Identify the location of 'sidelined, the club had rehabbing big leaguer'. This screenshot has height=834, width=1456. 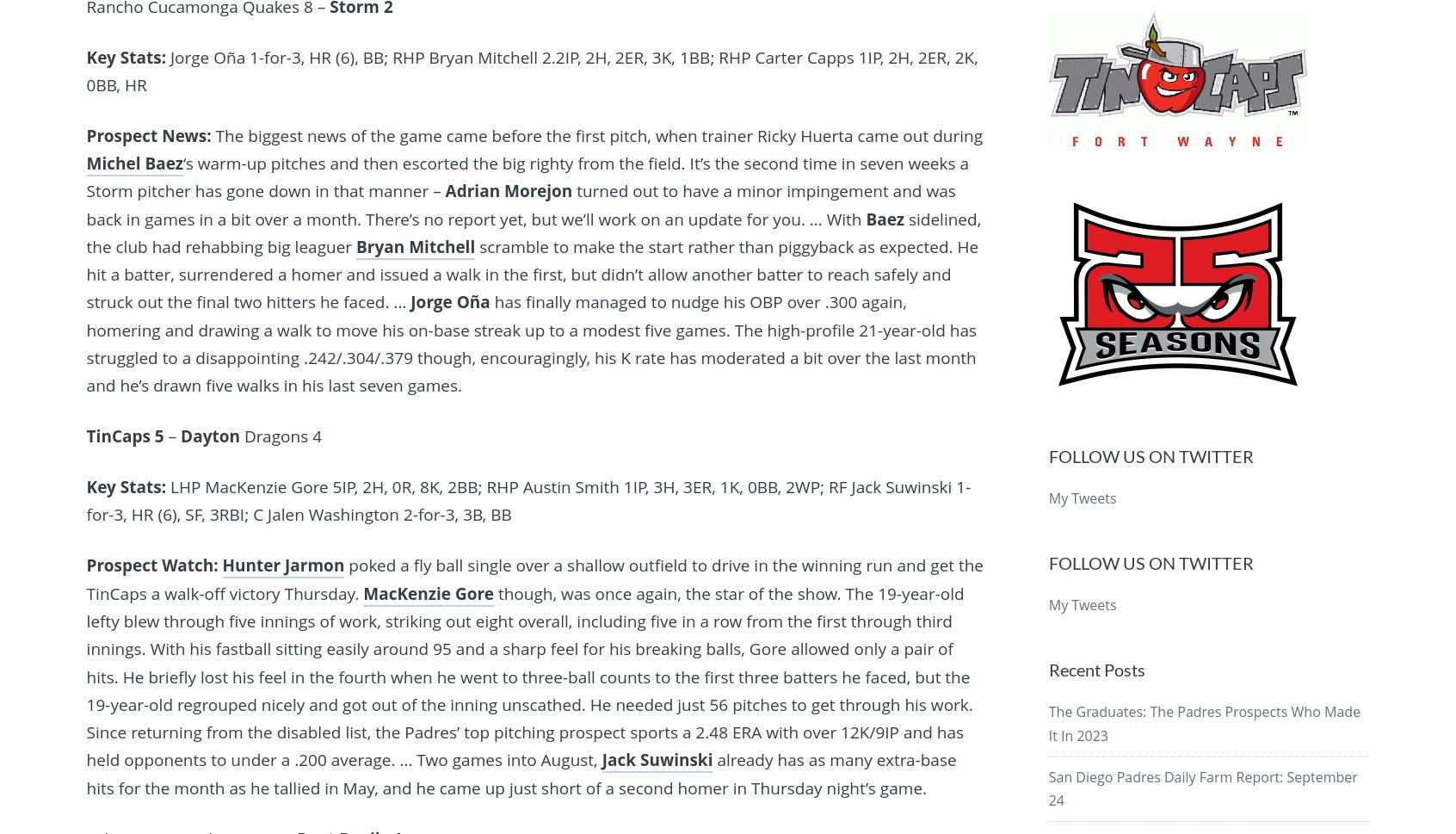
(532, 232).